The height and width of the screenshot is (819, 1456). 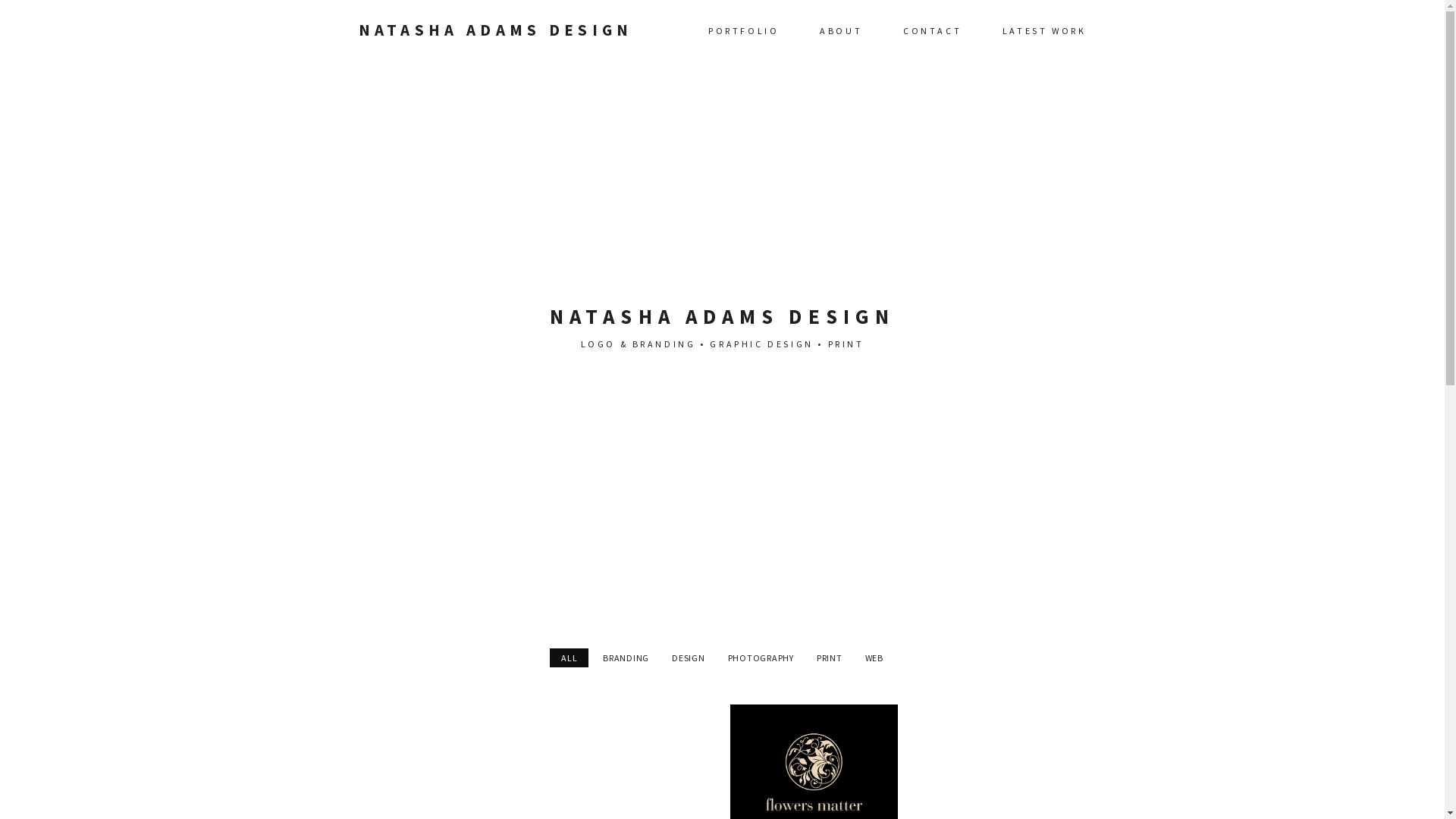 I want to click on 'LATEST WORK', so click(x=1043, y=30).